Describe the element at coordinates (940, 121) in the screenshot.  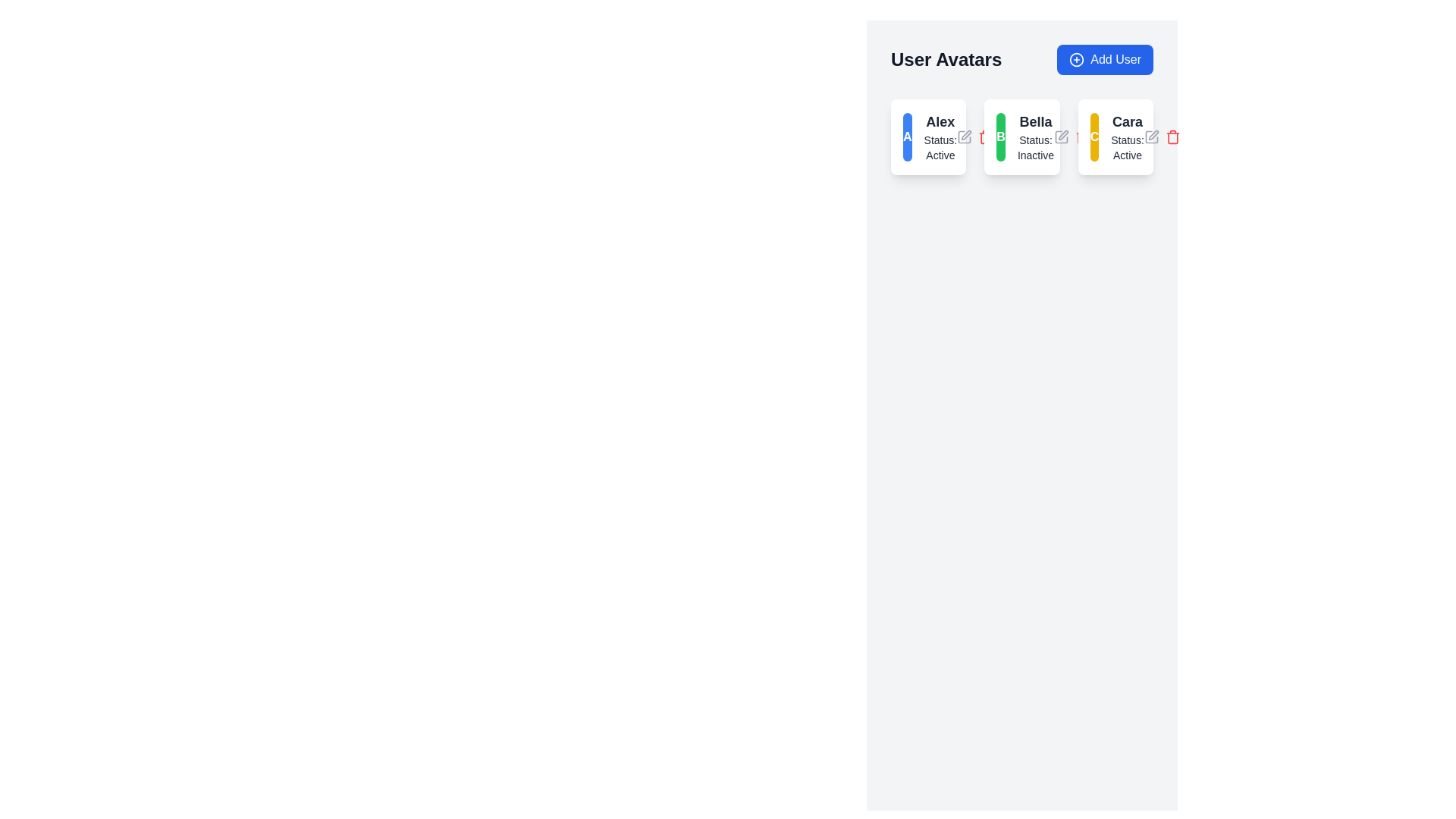
I see `the text element displaying 'Alex' in bold at the top of the first user card, above 'Status: Active'` at that location.